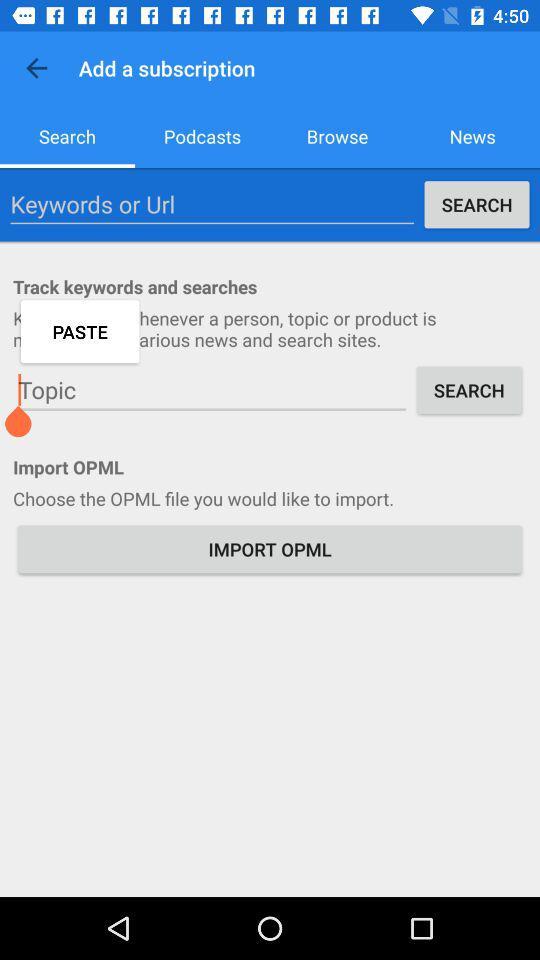  What do you see at coordinates (211, 389) in the screenshot?
I see `item to the left of the search item` at bounding box center [211, 389].